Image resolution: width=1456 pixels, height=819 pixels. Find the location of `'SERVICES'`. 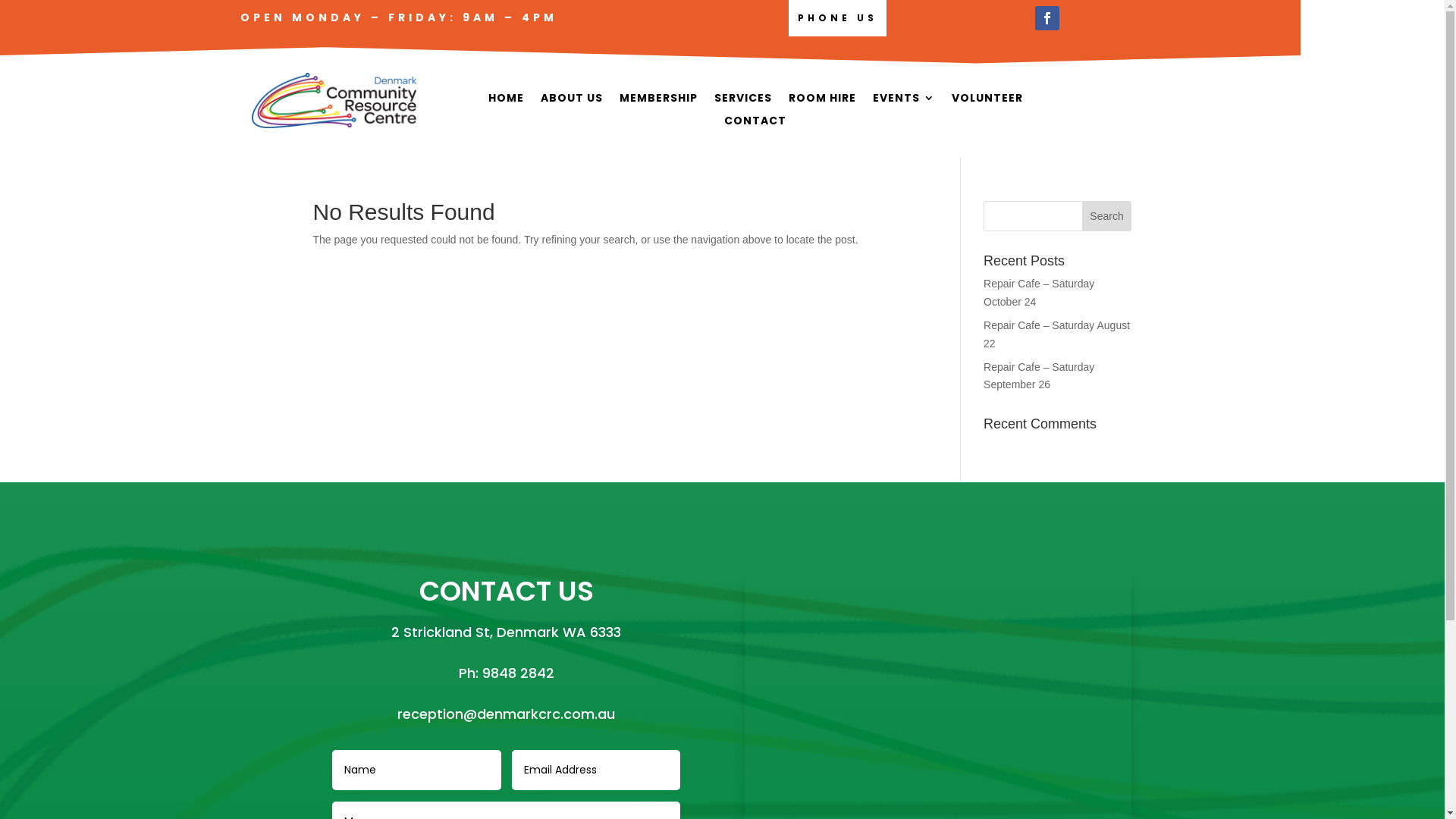

'SERVICES' is located at coordinates (713, 100).